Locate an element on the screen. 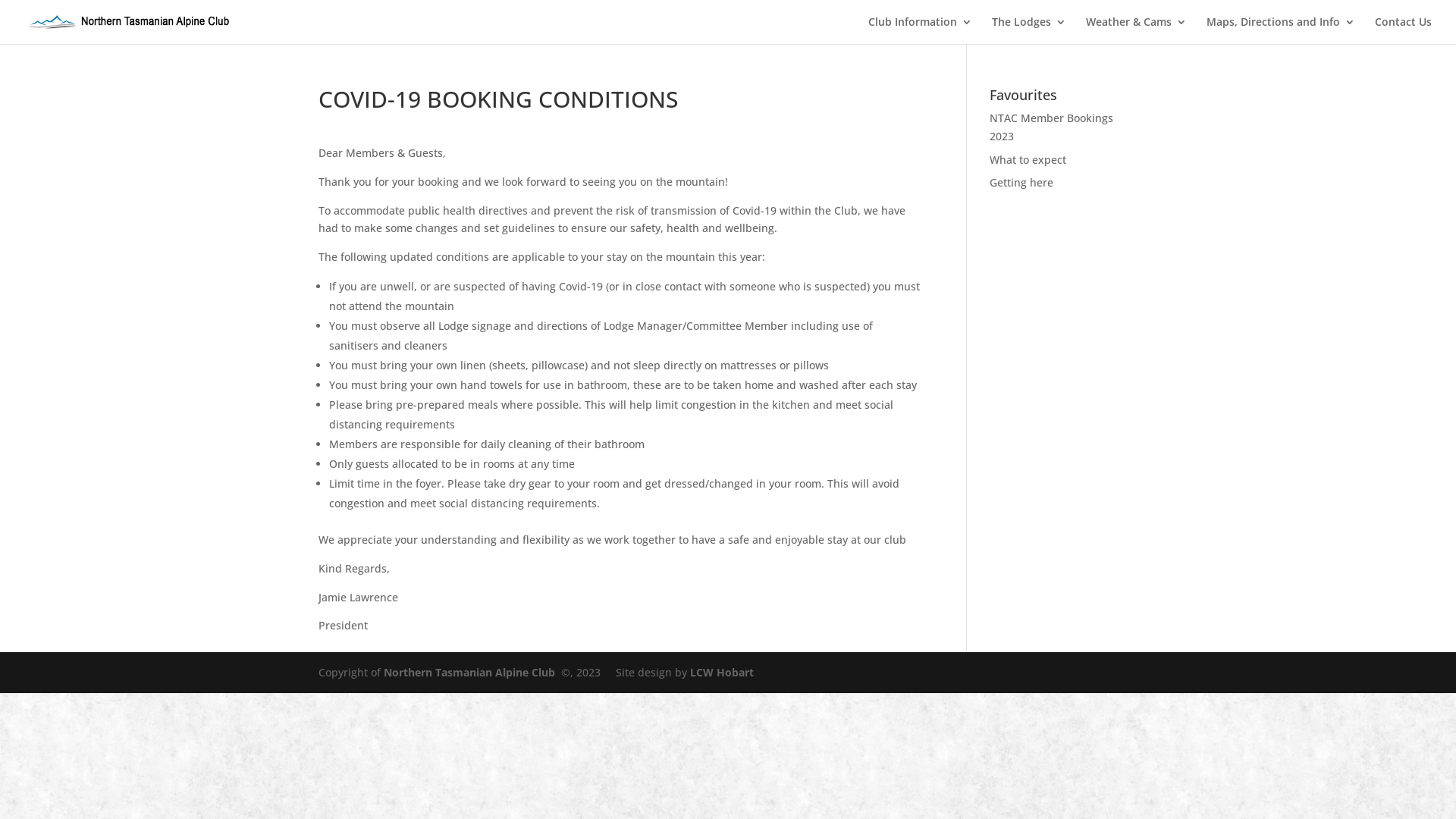  'What to expect' is located at coordinates (1028, 159).